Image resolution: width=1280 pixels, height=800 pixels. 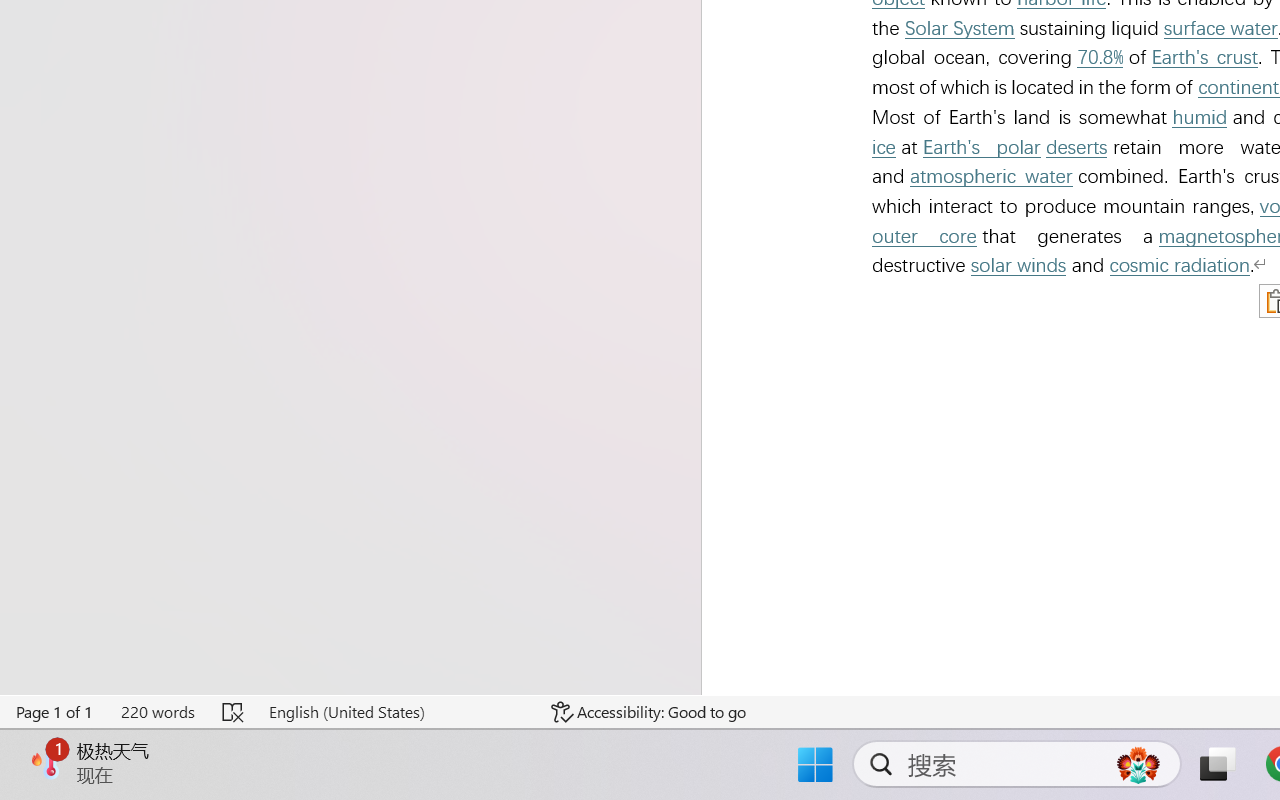 What do you see at coordinates (234, 711) in the screenshot?
I see `'Spelling and Grammar Check Errors'` at bounding box center [234, 711].